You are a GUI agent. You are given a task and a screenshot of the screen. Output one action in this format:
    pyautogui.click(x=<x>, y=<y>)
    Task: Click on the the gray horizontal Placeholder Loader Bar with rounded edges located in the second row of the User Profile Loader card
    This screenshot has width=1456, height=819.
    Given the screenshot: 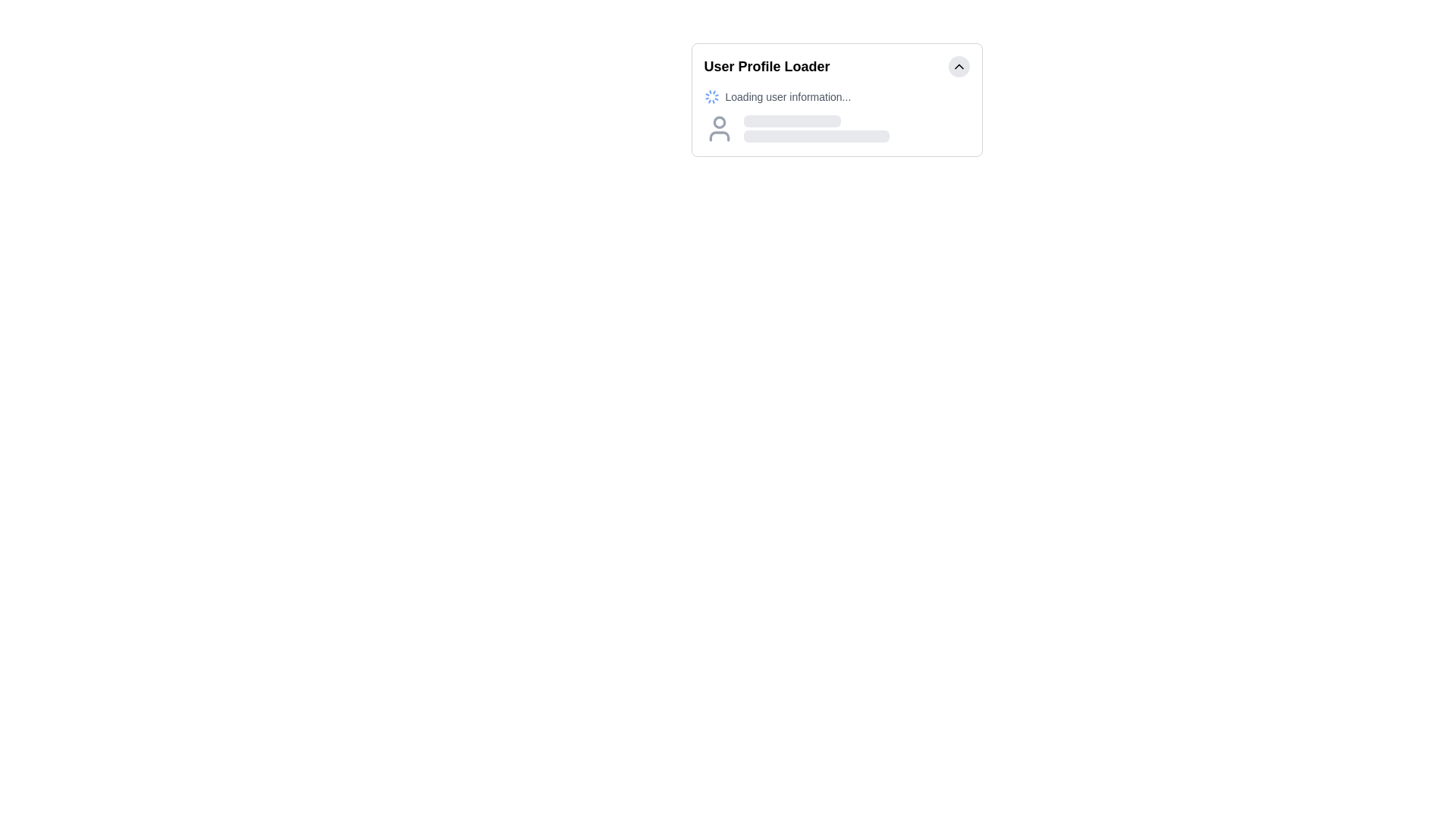 What is the action you would take?
    pyautogui.click(x=815, y=136)
    